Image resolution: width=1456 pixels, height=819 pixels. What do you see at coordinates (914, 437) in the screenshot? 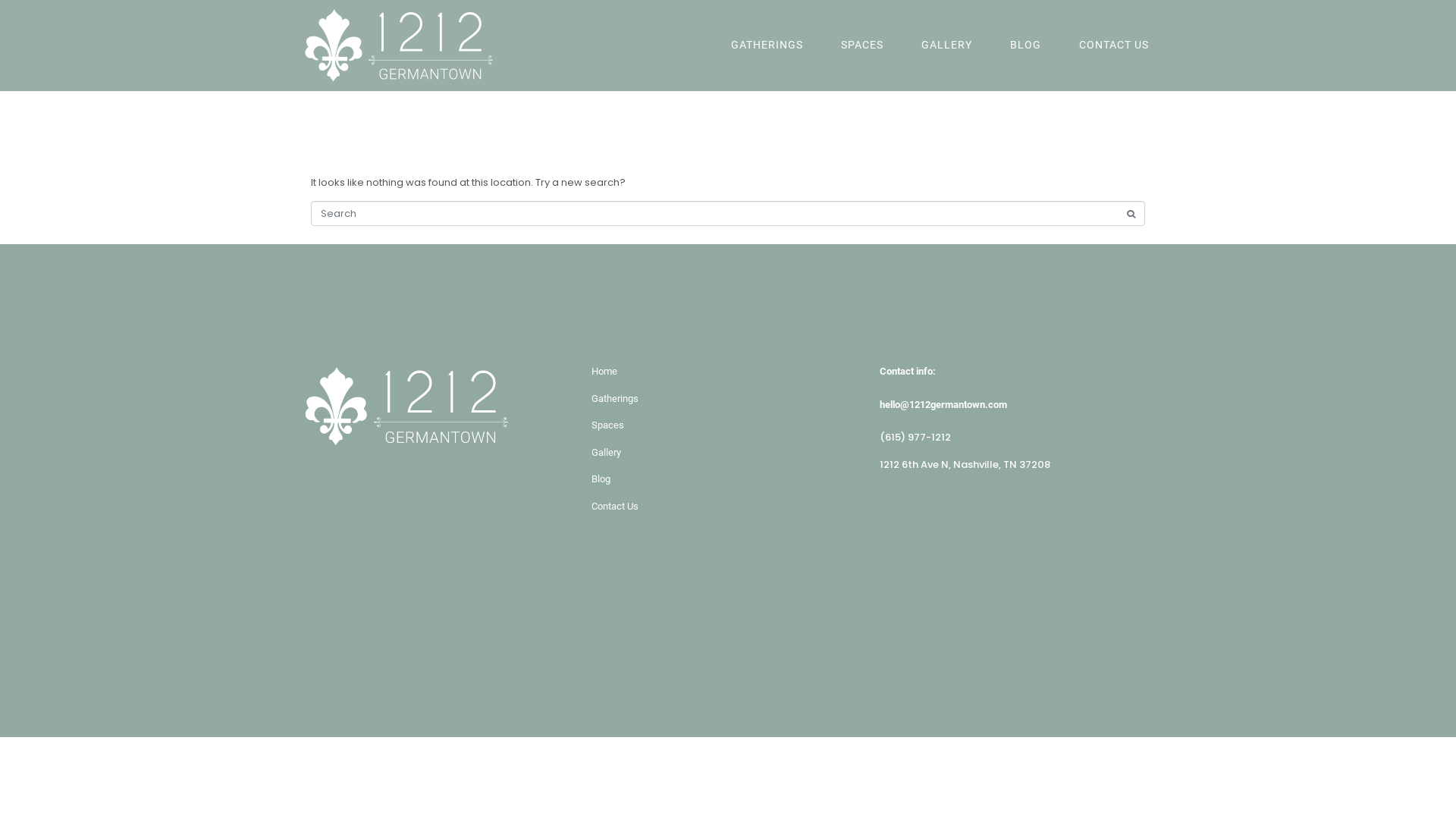
I see `'(615) 977-1212'` at bounding box center [914, 437].